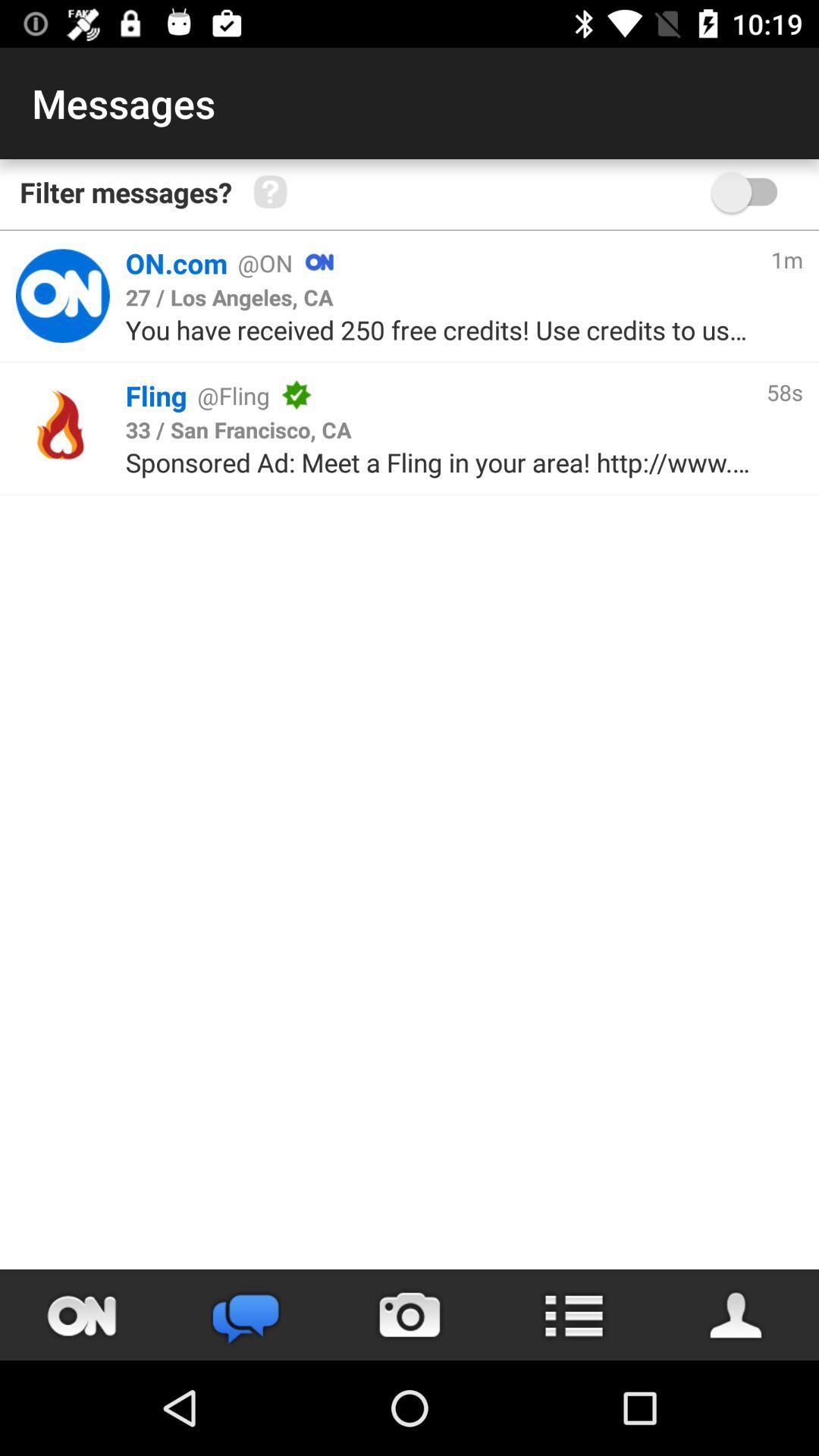  I want to click on the list icon, so click(573, 1314).